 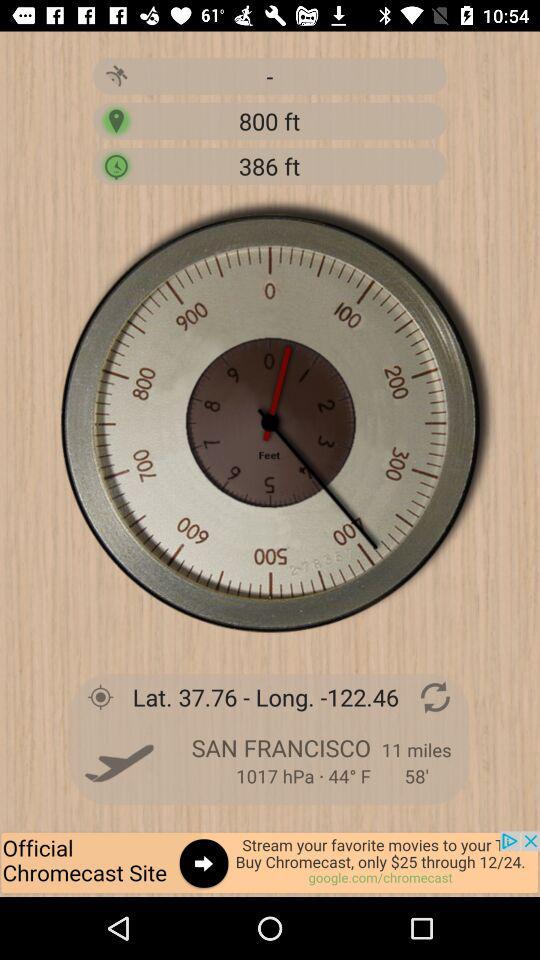 I want to click on the image above lat3776long12246, so click(x=270, y=422).